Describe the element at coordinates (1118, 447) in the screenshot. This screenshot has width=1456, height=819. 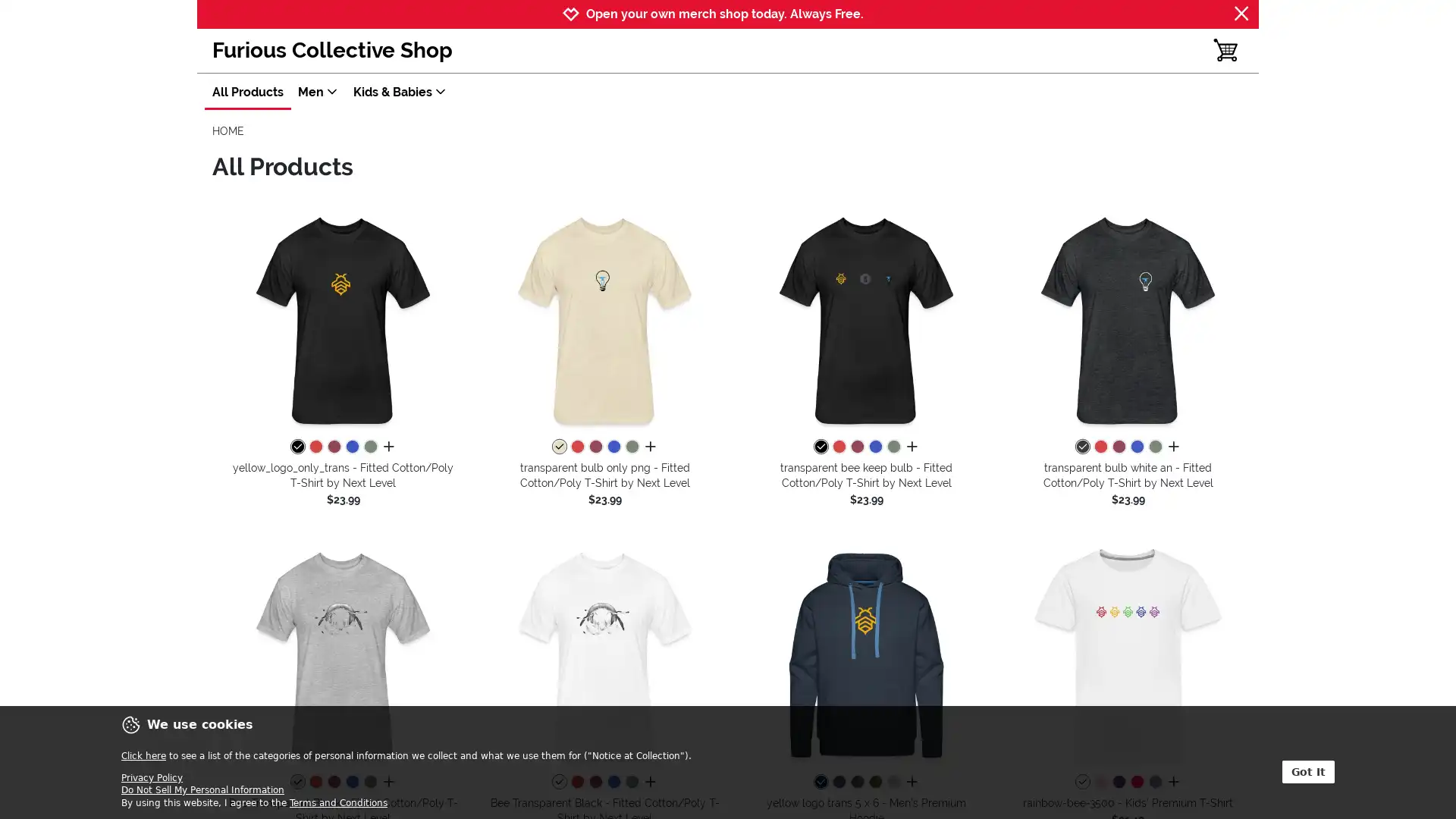
I see `heather burgundy` at that location.